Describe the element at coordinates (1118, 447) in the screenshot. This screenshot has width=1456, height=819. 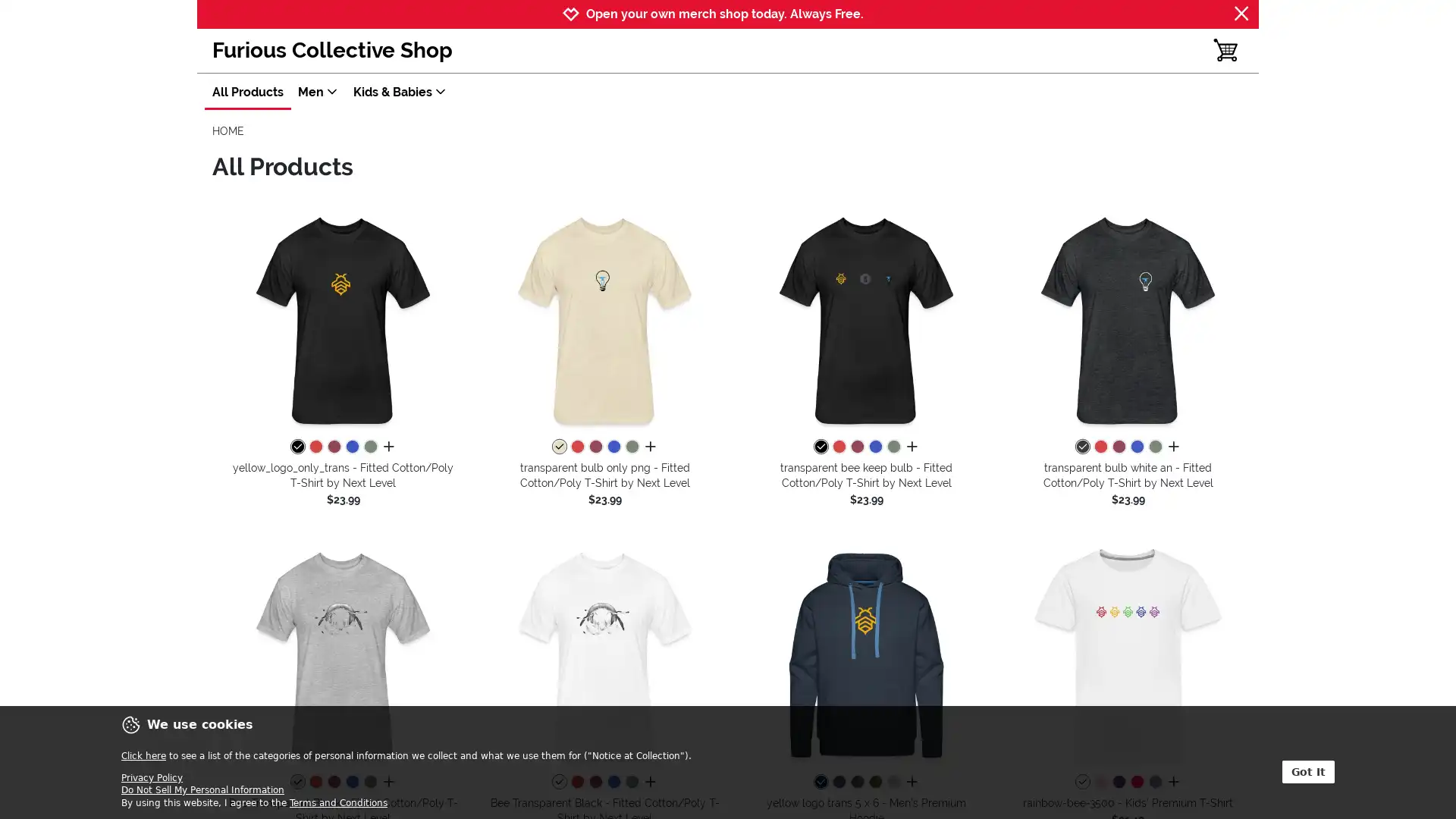
I see `heather burgundy` at that location.